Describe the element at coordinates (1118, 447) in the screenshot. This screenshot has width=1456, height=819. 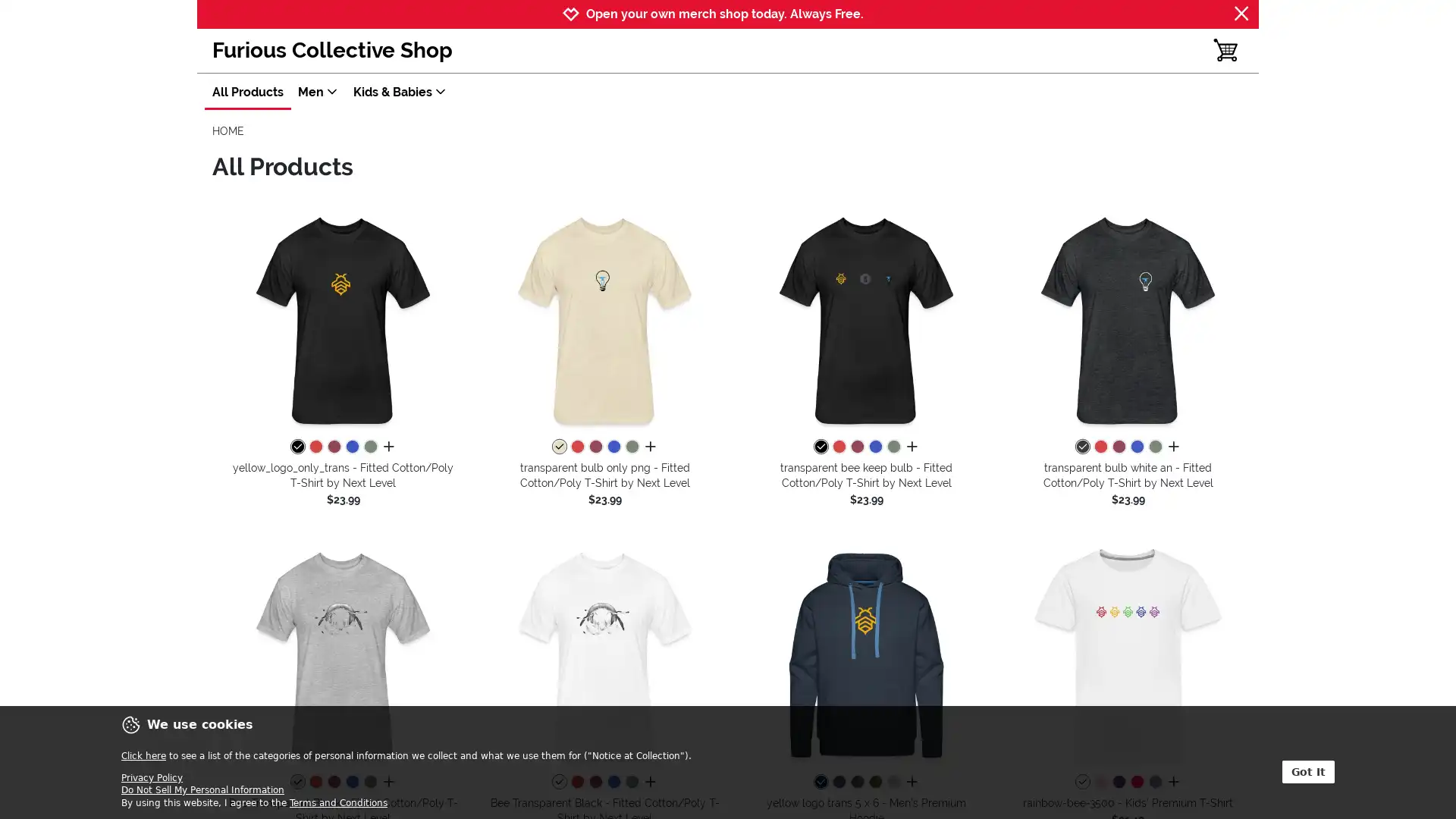
I see `heather burgundy` at that location.